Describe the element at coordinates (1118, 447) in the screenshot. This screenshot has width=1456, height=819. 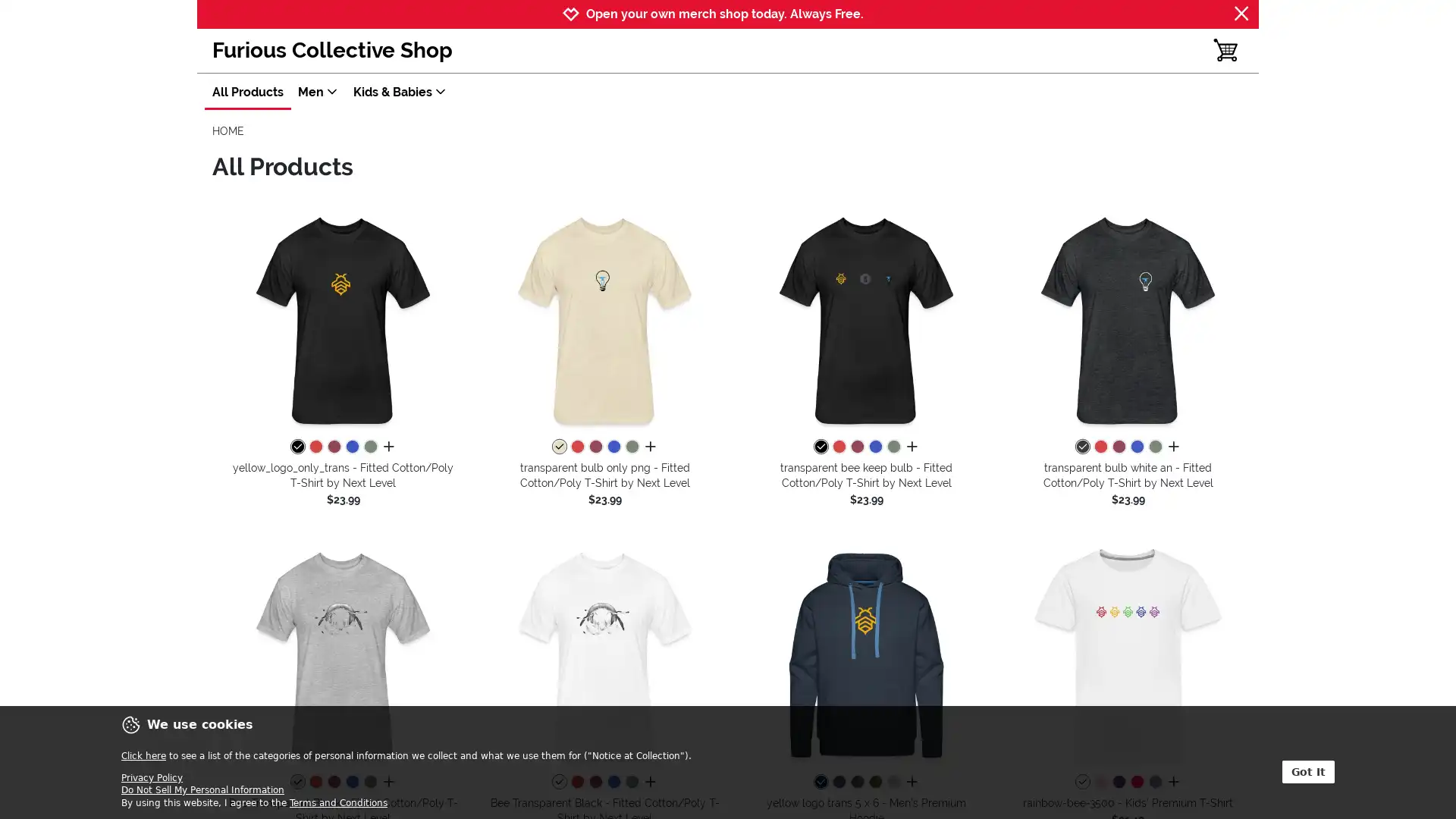
I see `heather burgundy` at that location.